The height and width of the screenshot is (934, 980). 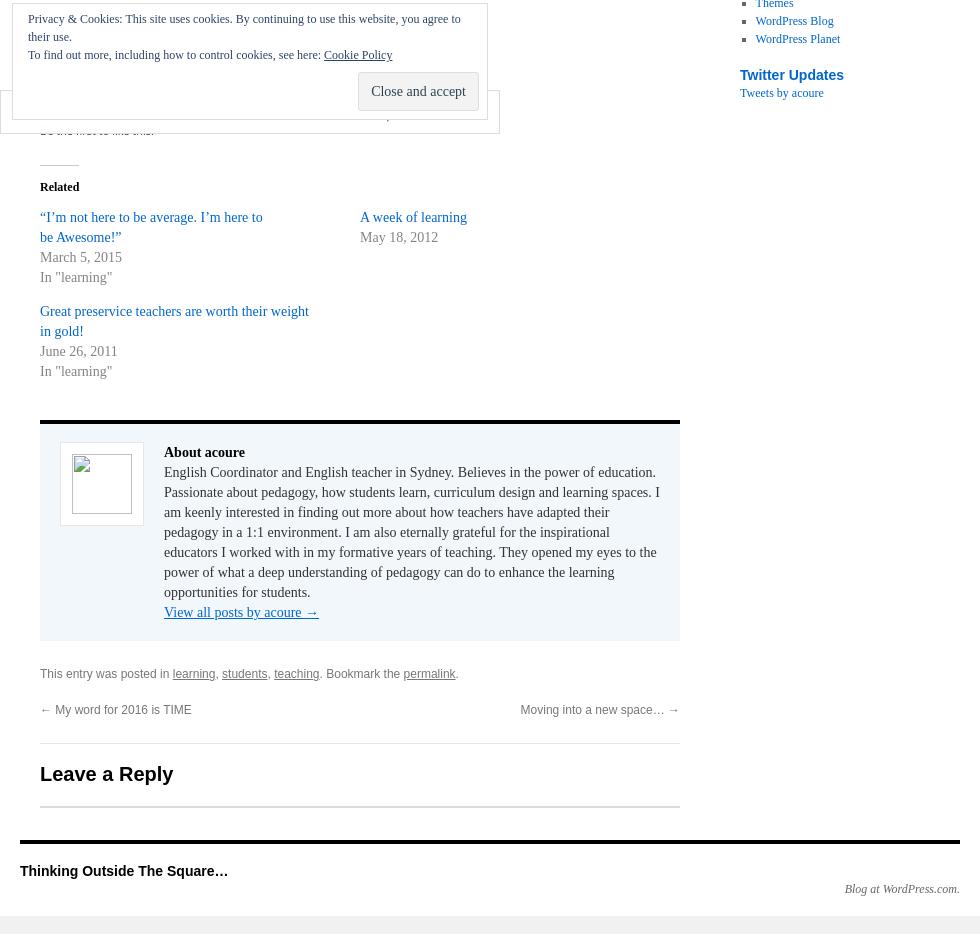 What do you see at coordinates (318, 109) in the screenshot?
I see `'Comment'` at bounding box center [318, 109].